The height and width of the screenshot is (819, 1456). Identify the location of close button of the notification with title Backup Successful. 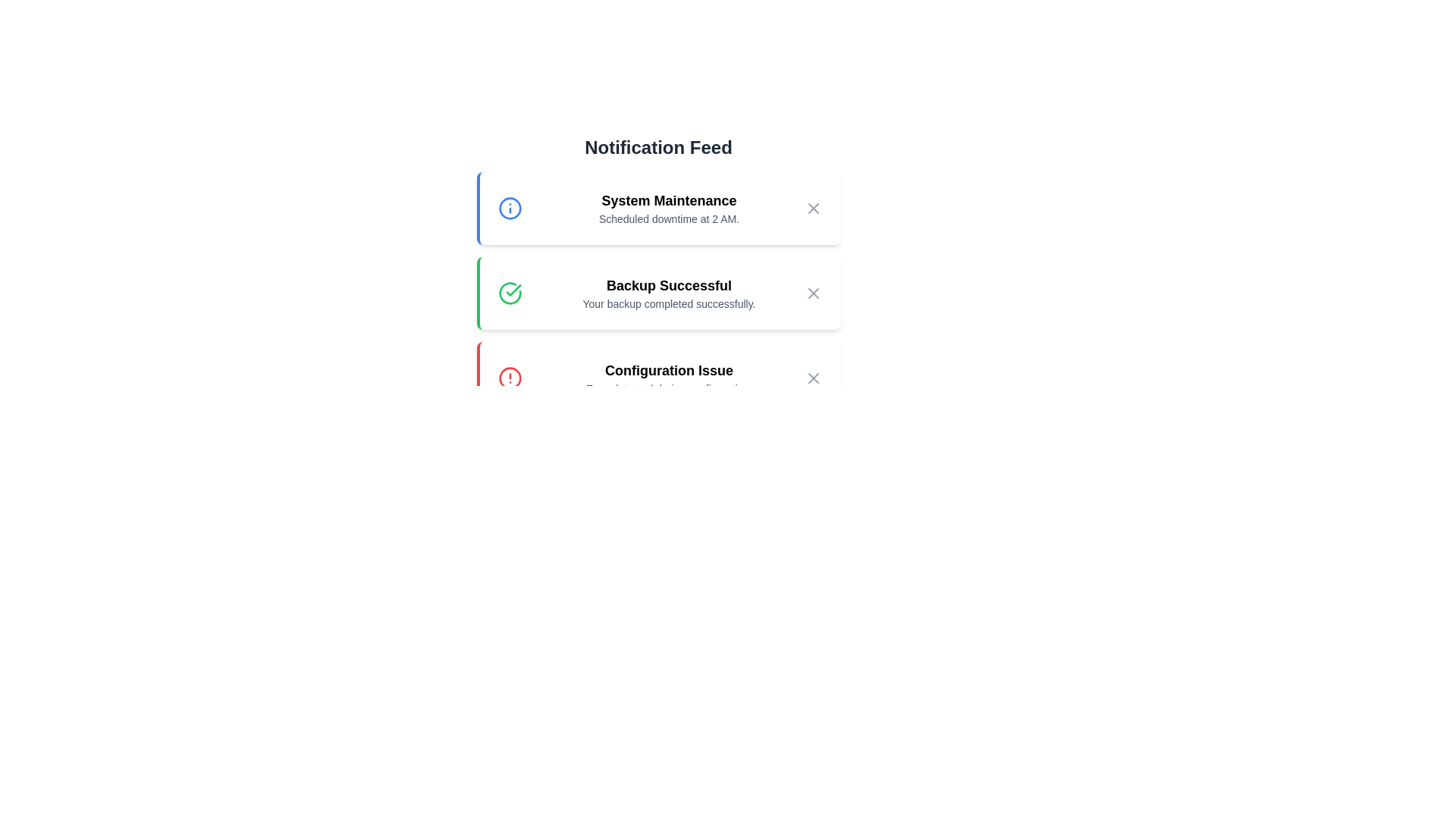
(812, 293).